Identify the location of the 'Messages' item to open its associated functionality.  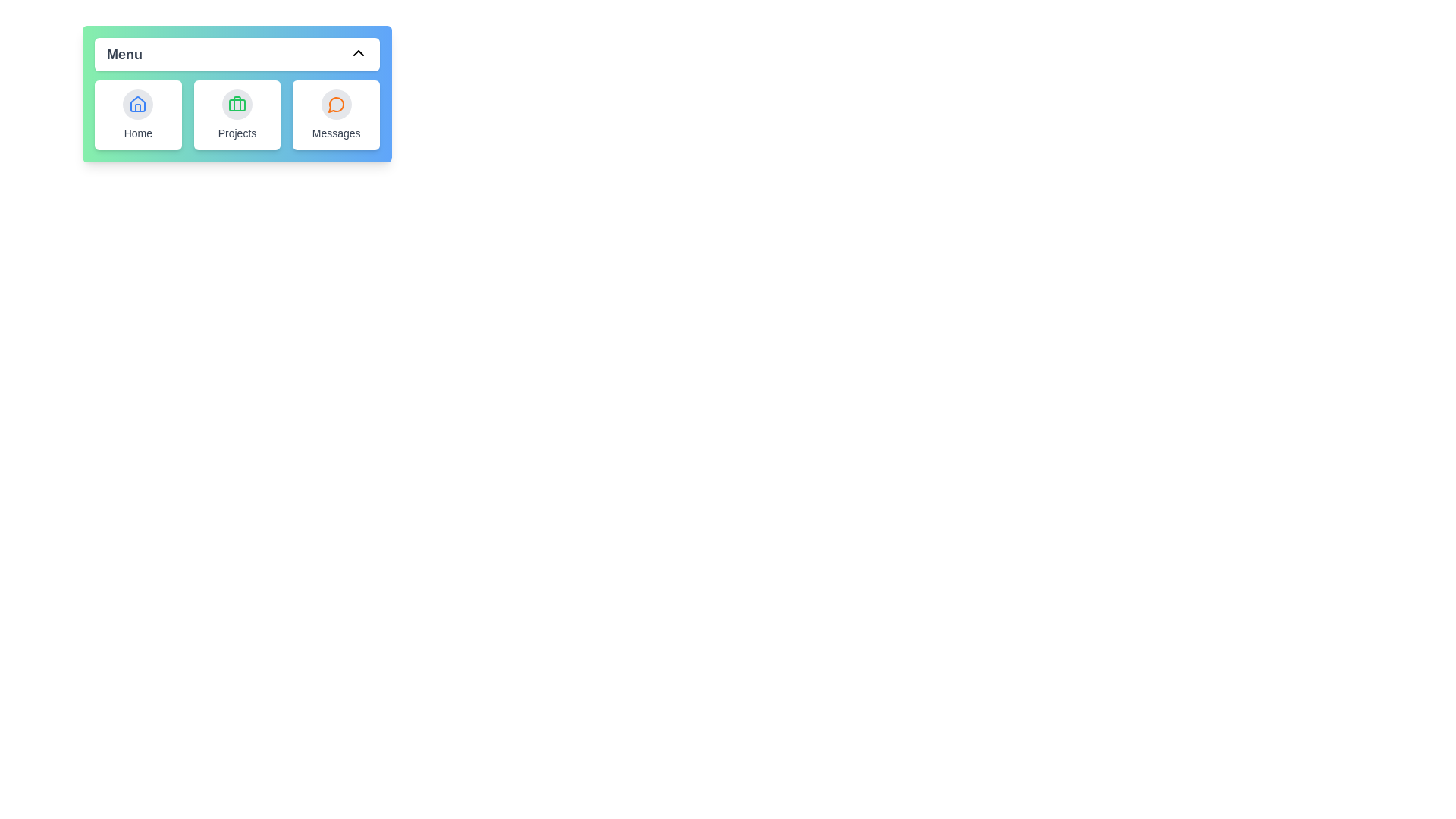
(335, 114).